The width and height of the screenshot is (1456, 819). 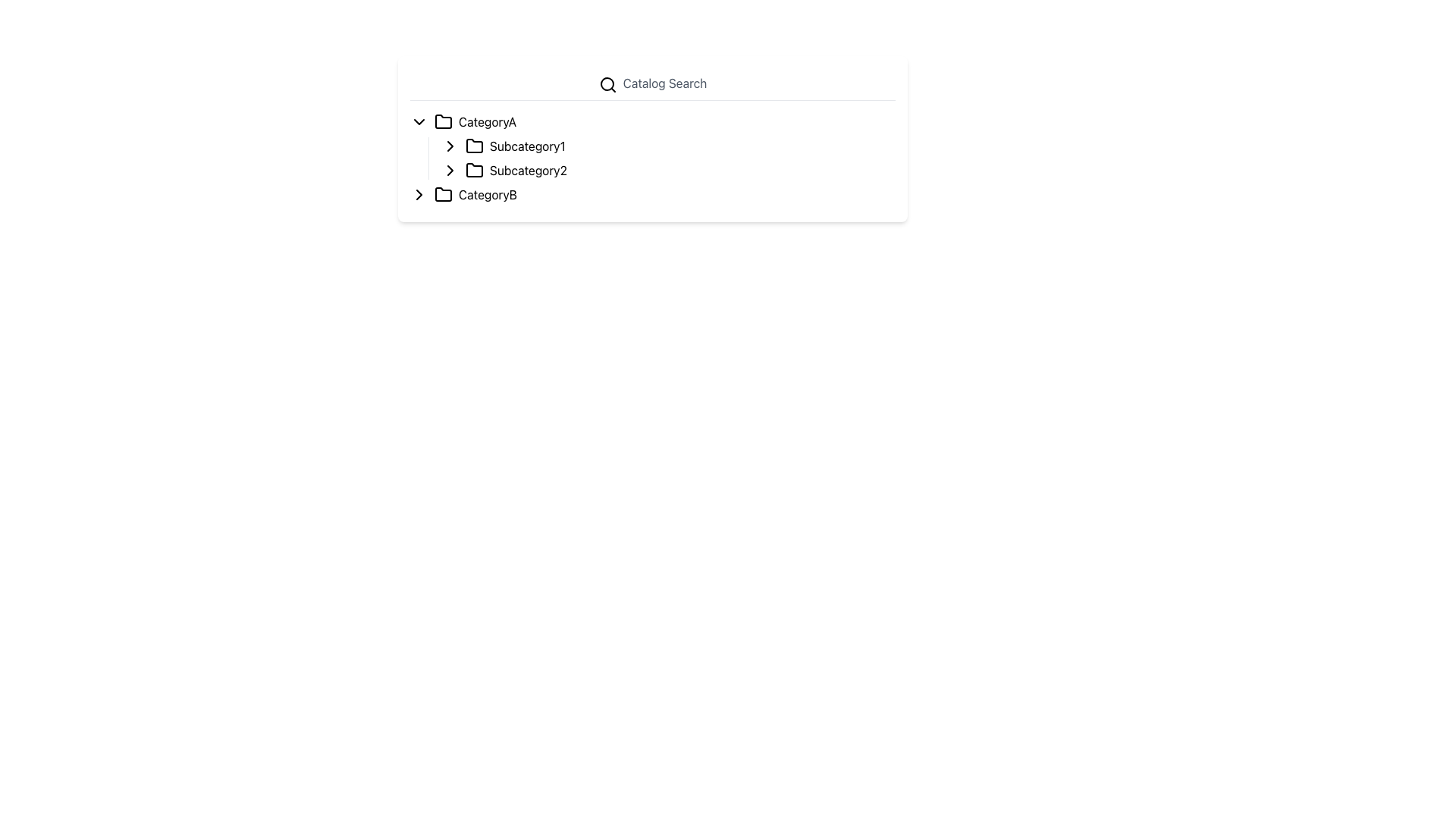 What do you see at coordinates (419, 193) in the screenshot?
I see `the Chevron icon that collapses or expands the 'CategoryB' list item, located to the left of the folder icon` at bounding box center [419, 193].